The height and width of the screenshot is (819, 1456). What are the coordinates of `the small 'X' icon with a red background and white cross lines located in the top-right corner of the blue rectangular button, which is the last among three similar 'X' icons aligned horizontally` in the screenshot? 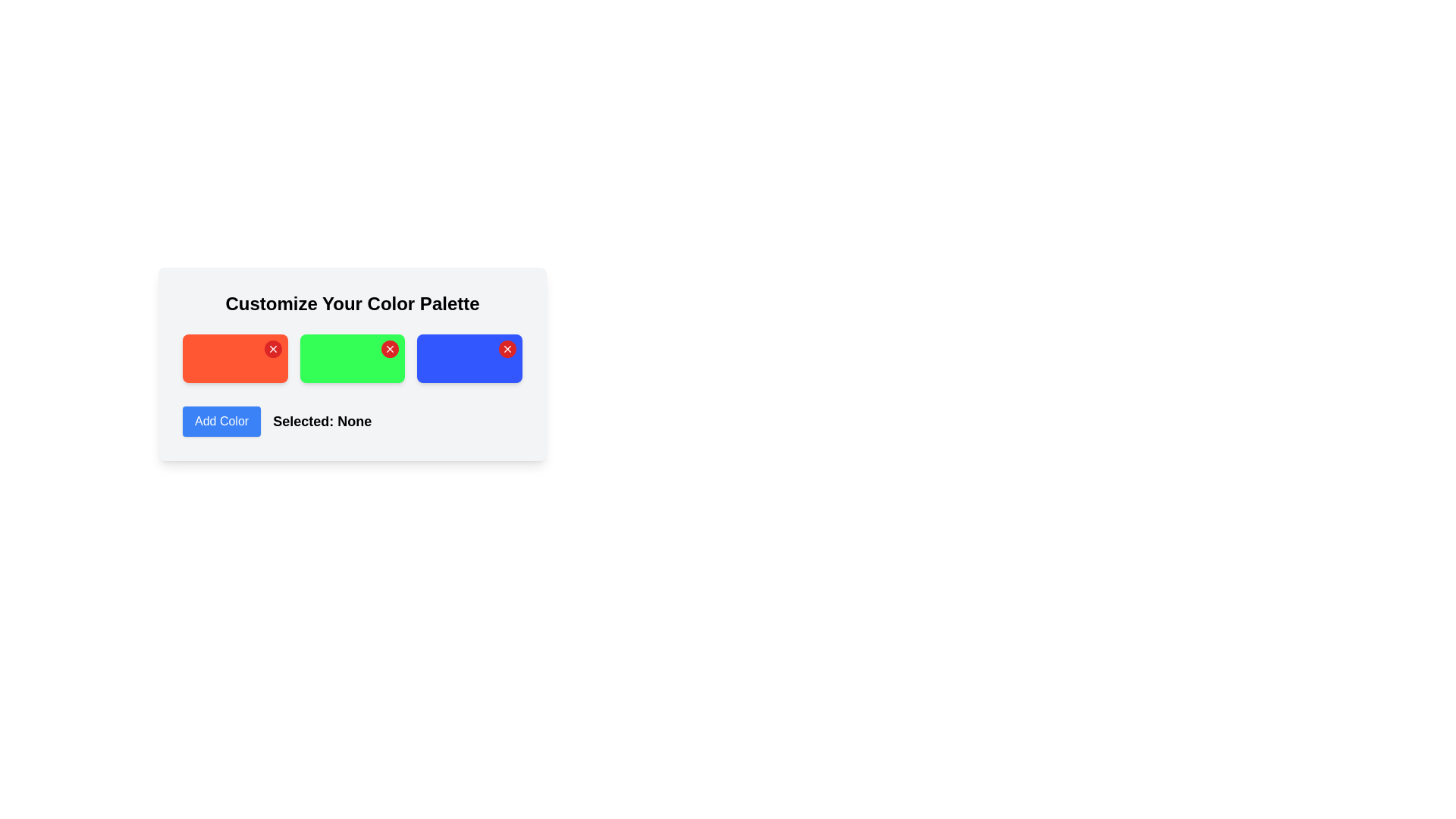 It's located at (507, 349).